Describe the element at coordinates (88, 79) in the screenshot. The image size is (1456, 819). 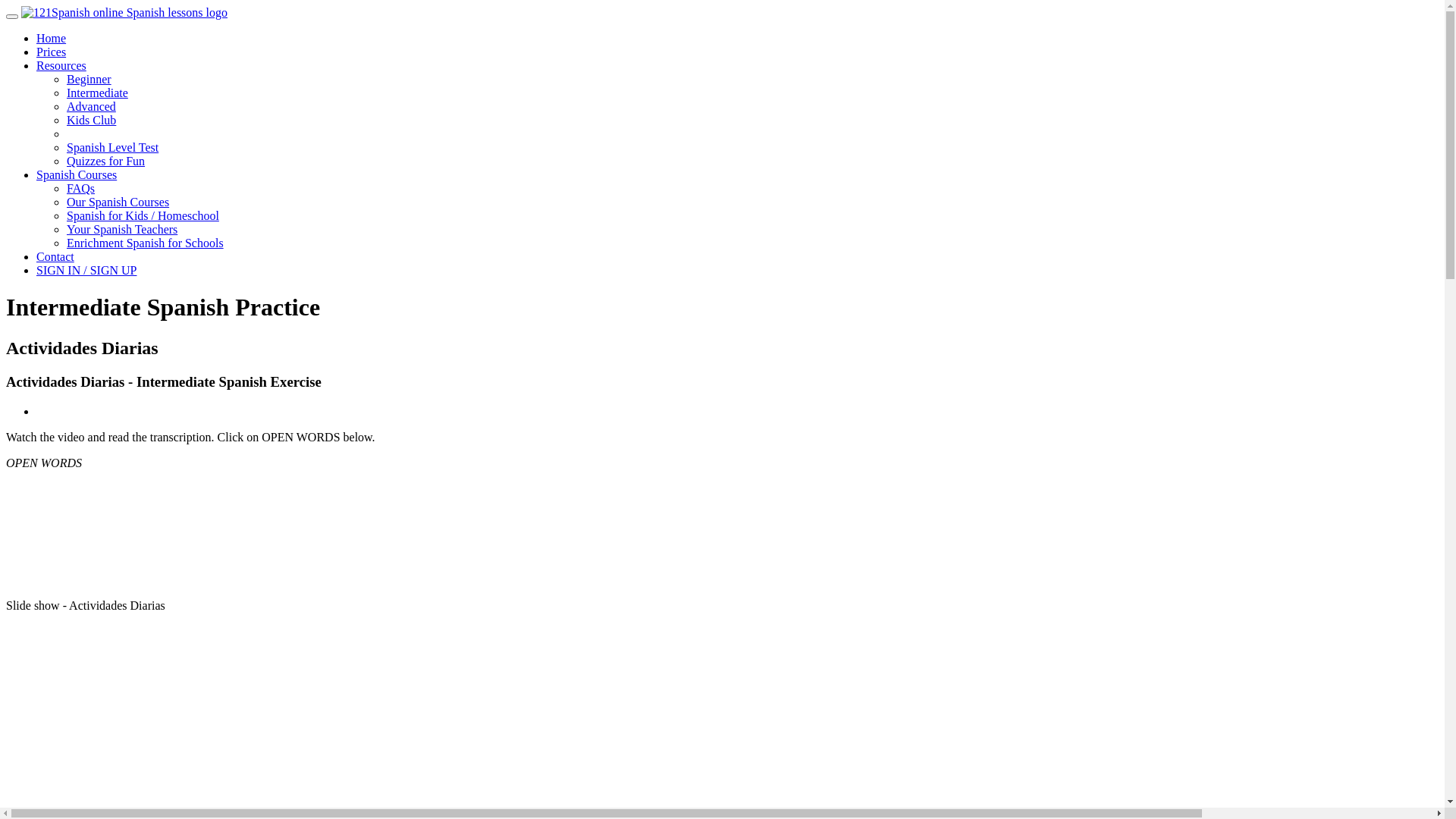
I see `'Beginner'` at that location.